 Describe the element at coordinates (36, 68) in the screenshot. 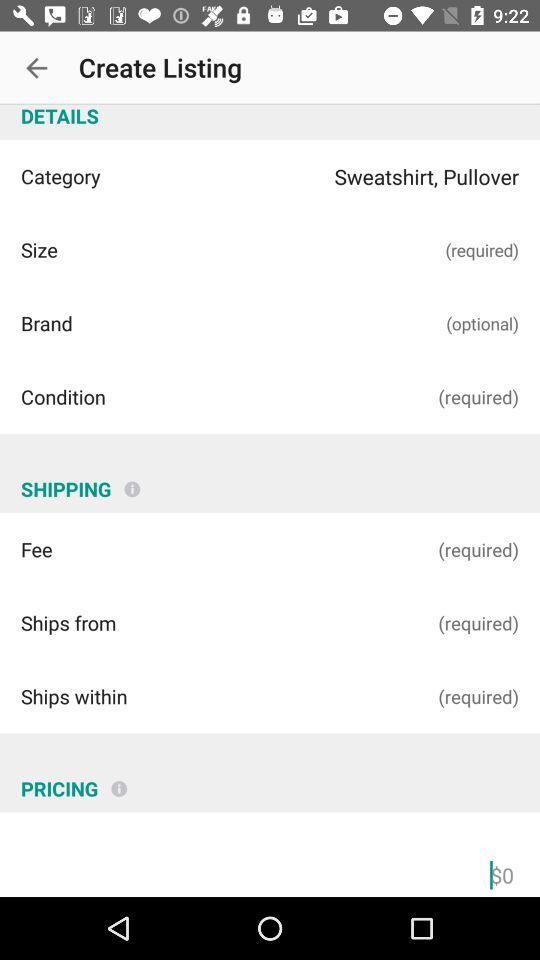

I see `icon above the details` at that location.